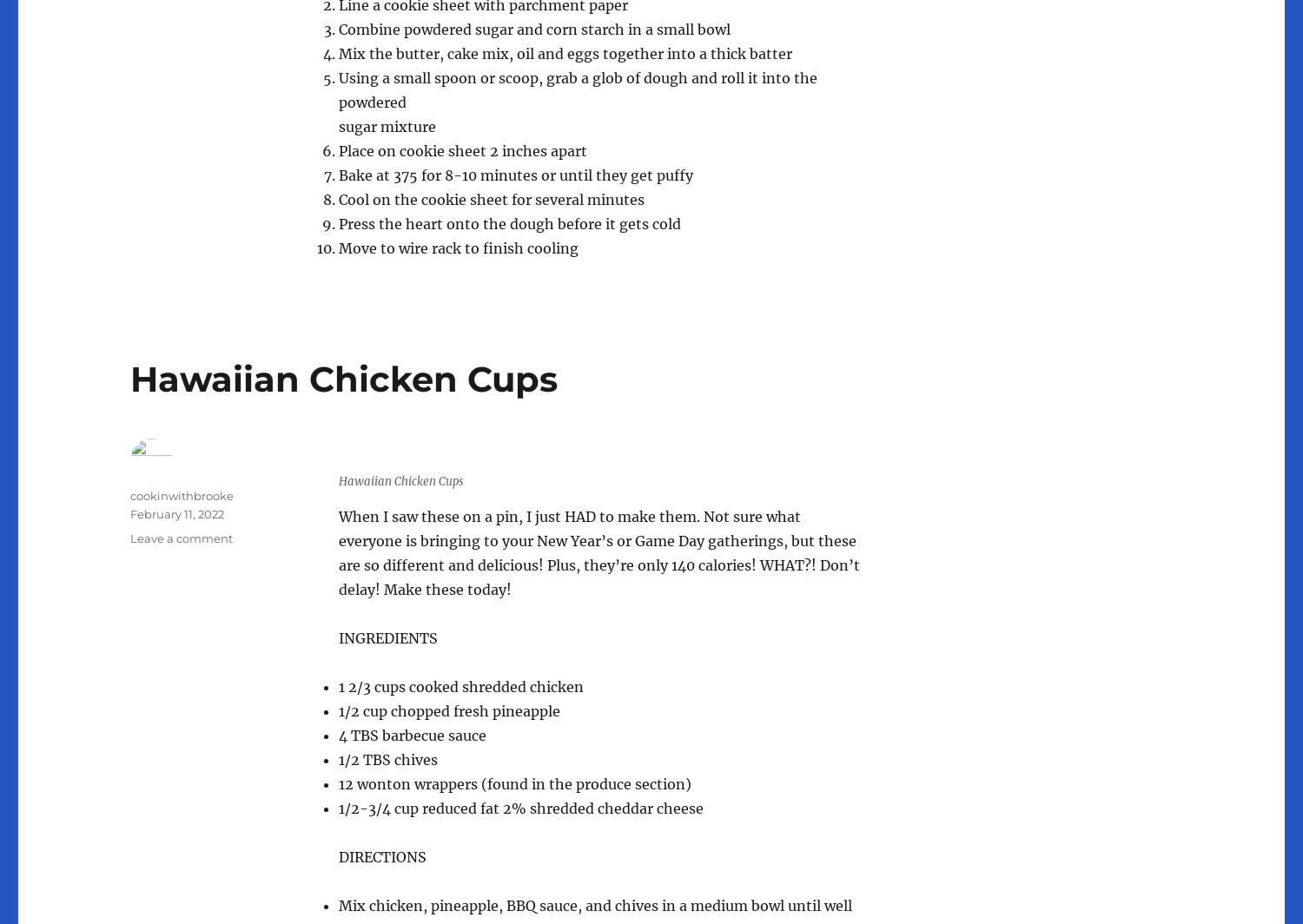 This screenshot has height=924, width=1303. What do you see at coordinates (462, 150) in the screenshot?
I see `'Place on cookie sheet 2 inches apart'` at bounding box center [462, 150].